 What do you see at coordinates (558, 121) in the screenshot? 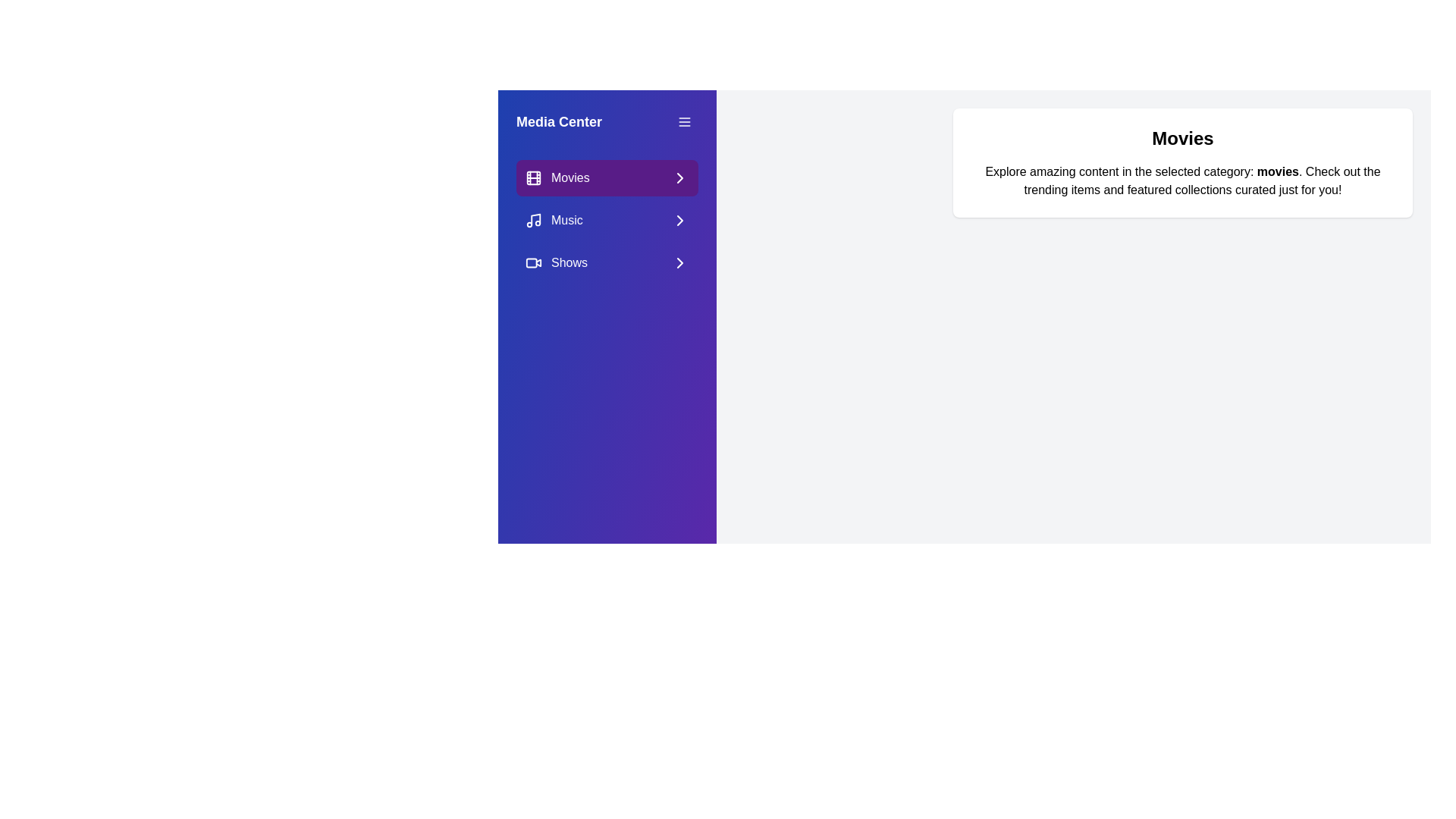
I see `text label positioned at the top-left of the sidebar, which serves as the prominent title or heading for the sidebar content` at bounding box center [558, 121].